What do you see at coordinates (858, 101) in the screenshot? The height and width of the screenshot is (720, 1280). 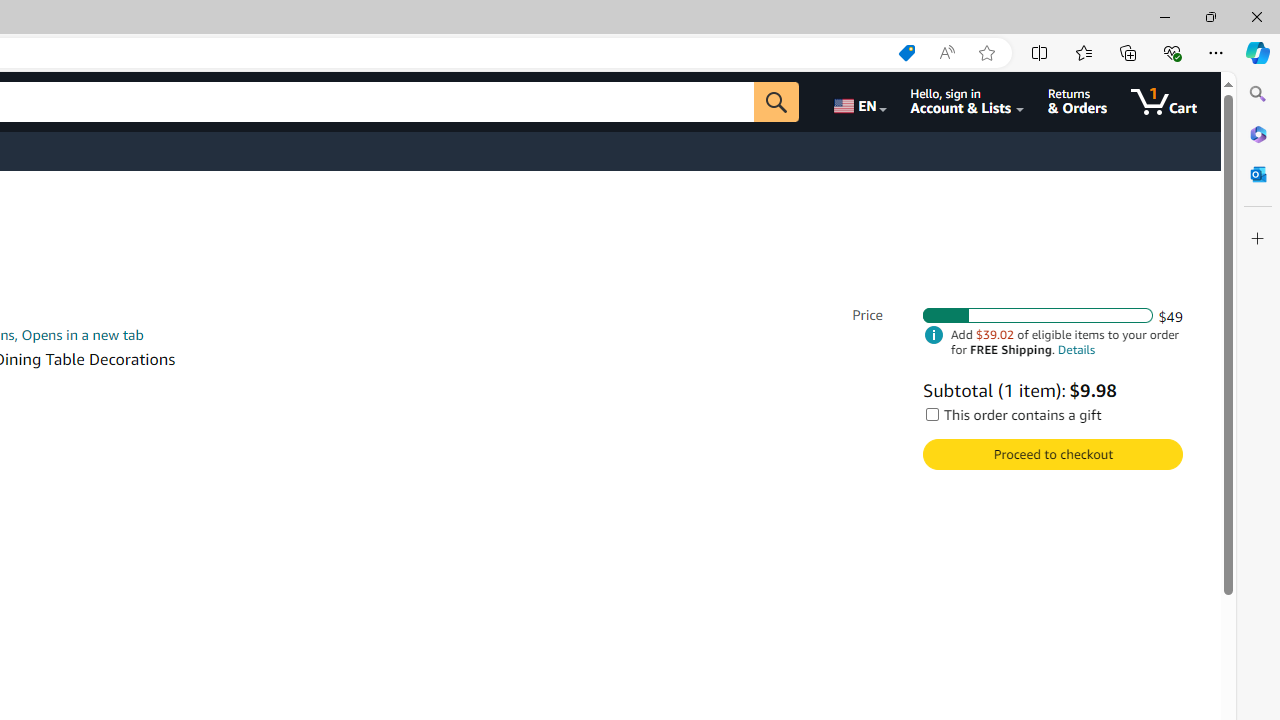 I see `'Choose a language for shopping.'` at bounding box center [858, 101].